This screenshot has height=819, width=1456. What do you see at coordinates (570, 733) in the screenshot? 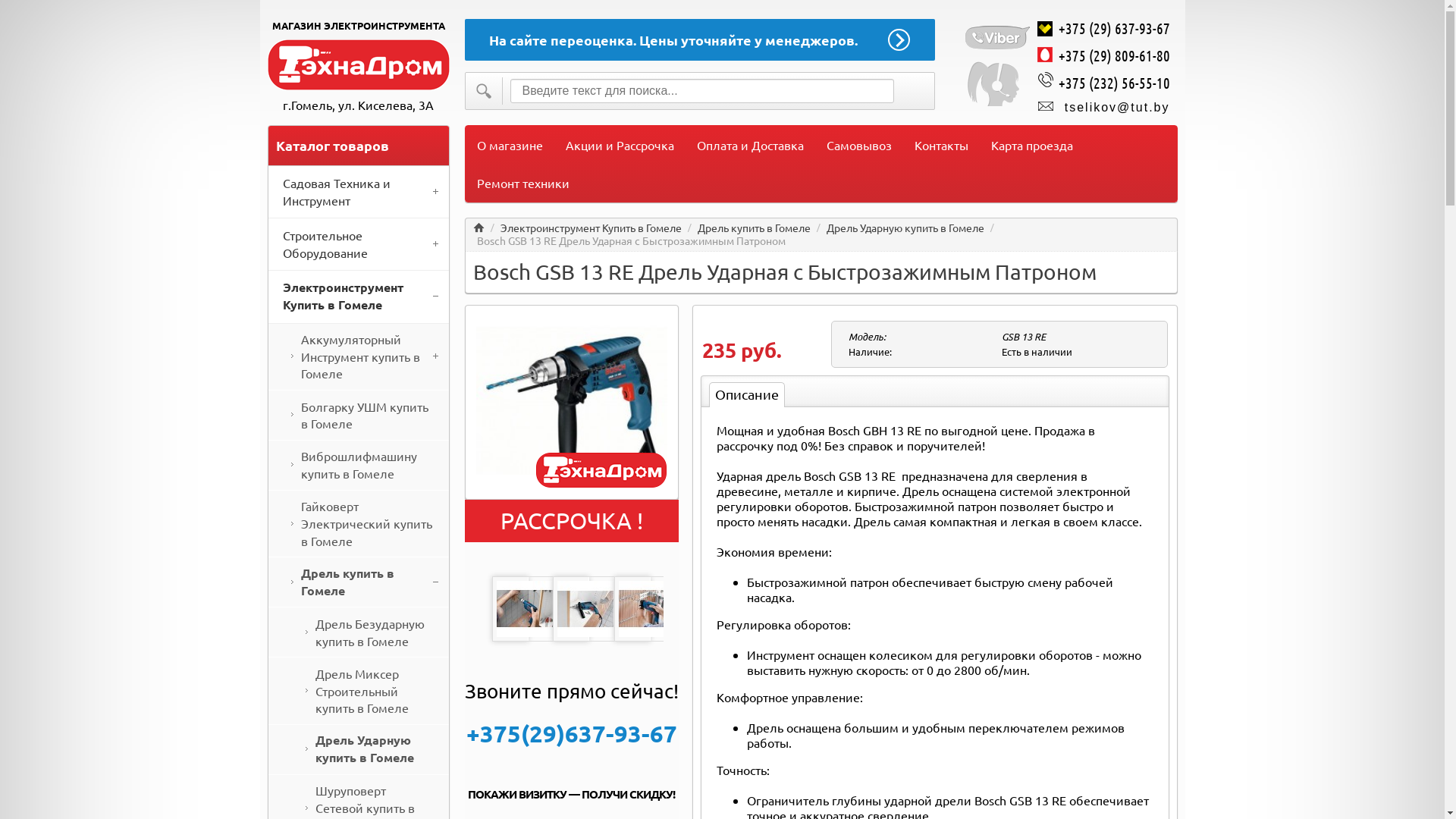
I see `'+375(29)637-93-67'` at bounding box center [570, 733].